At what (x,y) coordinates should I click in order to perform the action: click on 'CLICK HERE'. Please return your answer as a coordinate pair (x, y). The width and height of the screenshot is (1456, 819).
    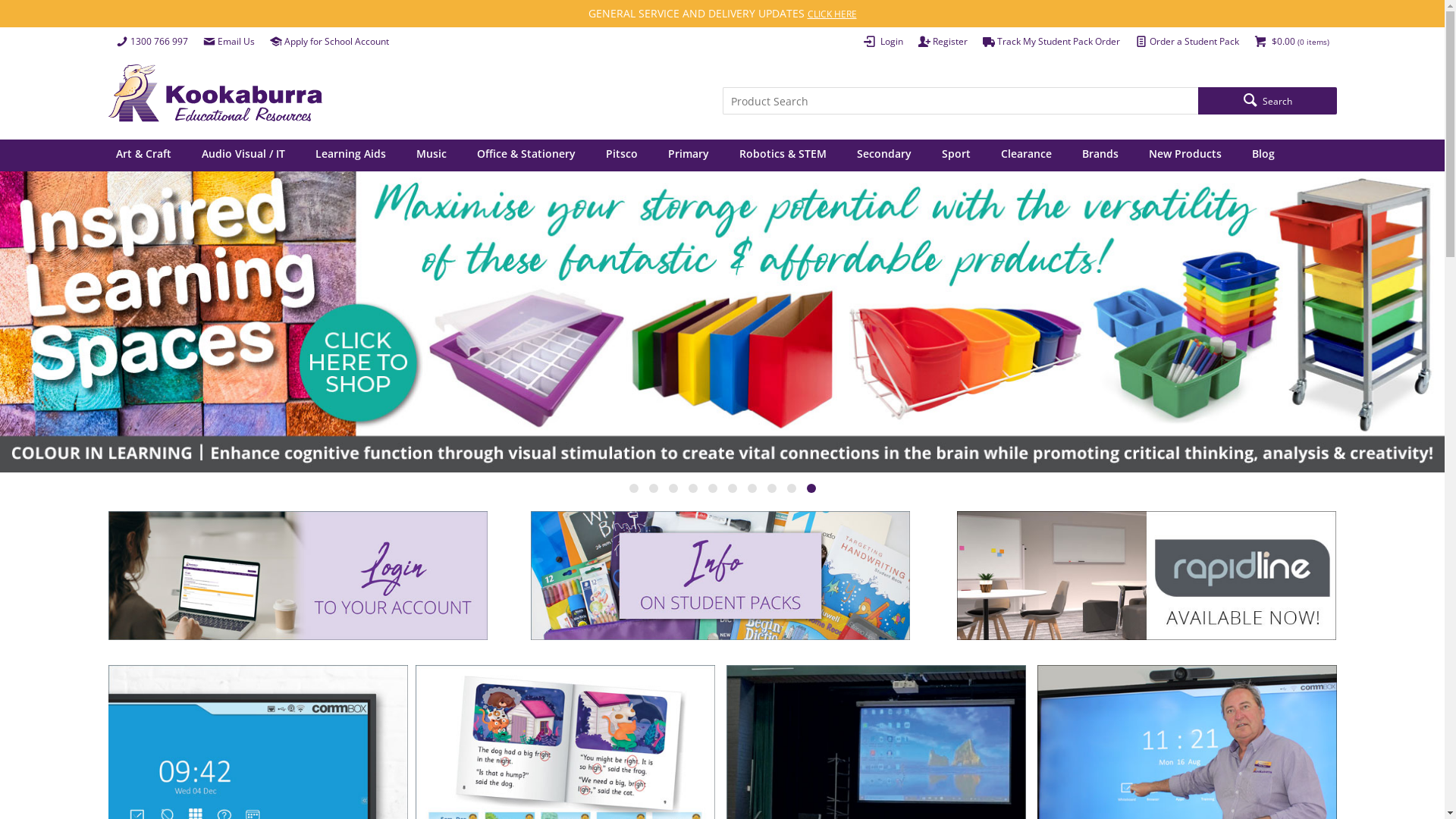
    Looking at the image, I should click on (830, 14).